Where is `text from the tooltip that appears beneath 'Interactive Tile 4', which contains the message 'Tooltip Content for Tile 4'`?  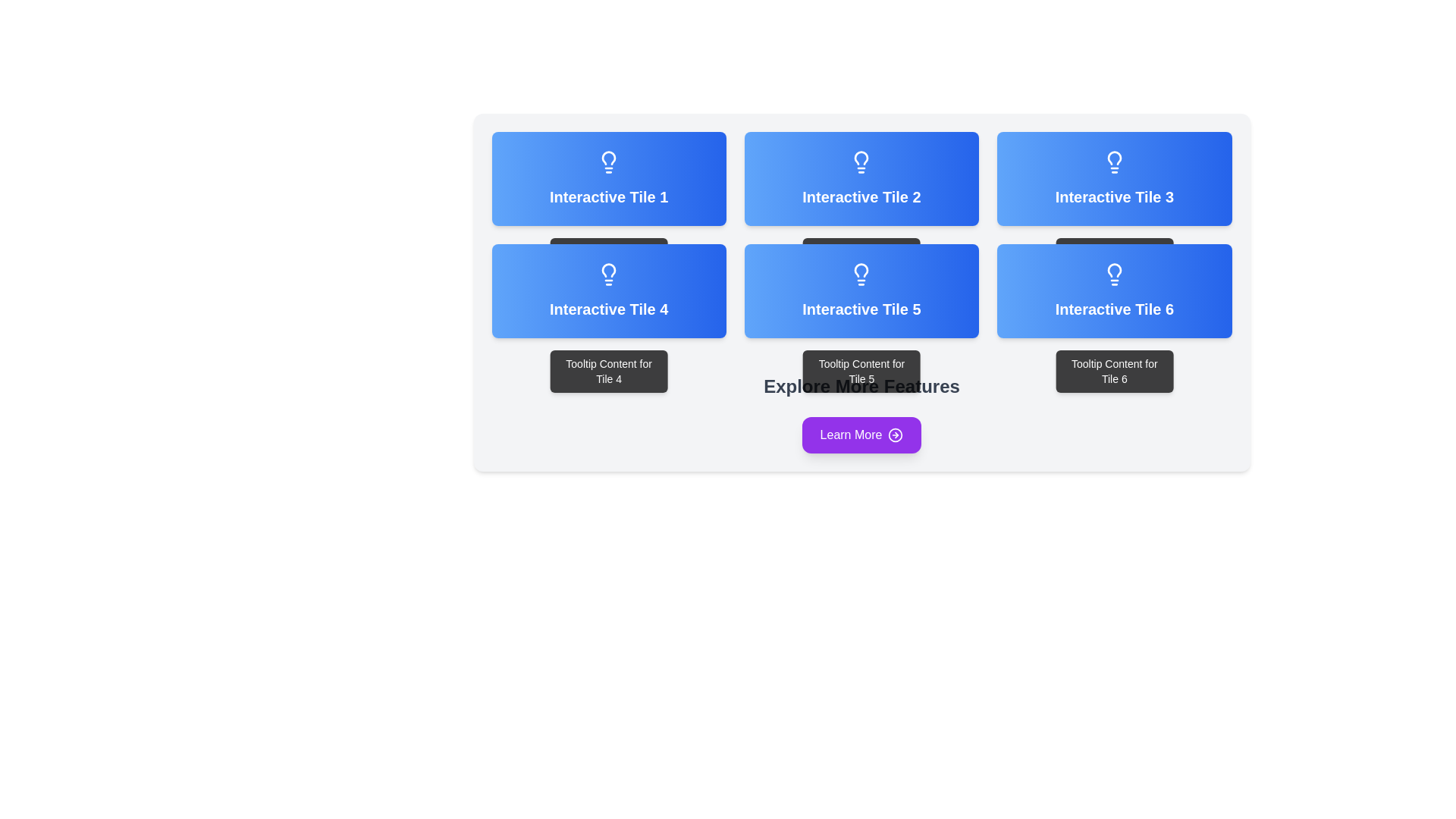 text from the tooltip that appears beneath 'Interactive Tile 4', which contains the message 'Tooltip Content for Tile 4' is located at coordinates (609, 371).